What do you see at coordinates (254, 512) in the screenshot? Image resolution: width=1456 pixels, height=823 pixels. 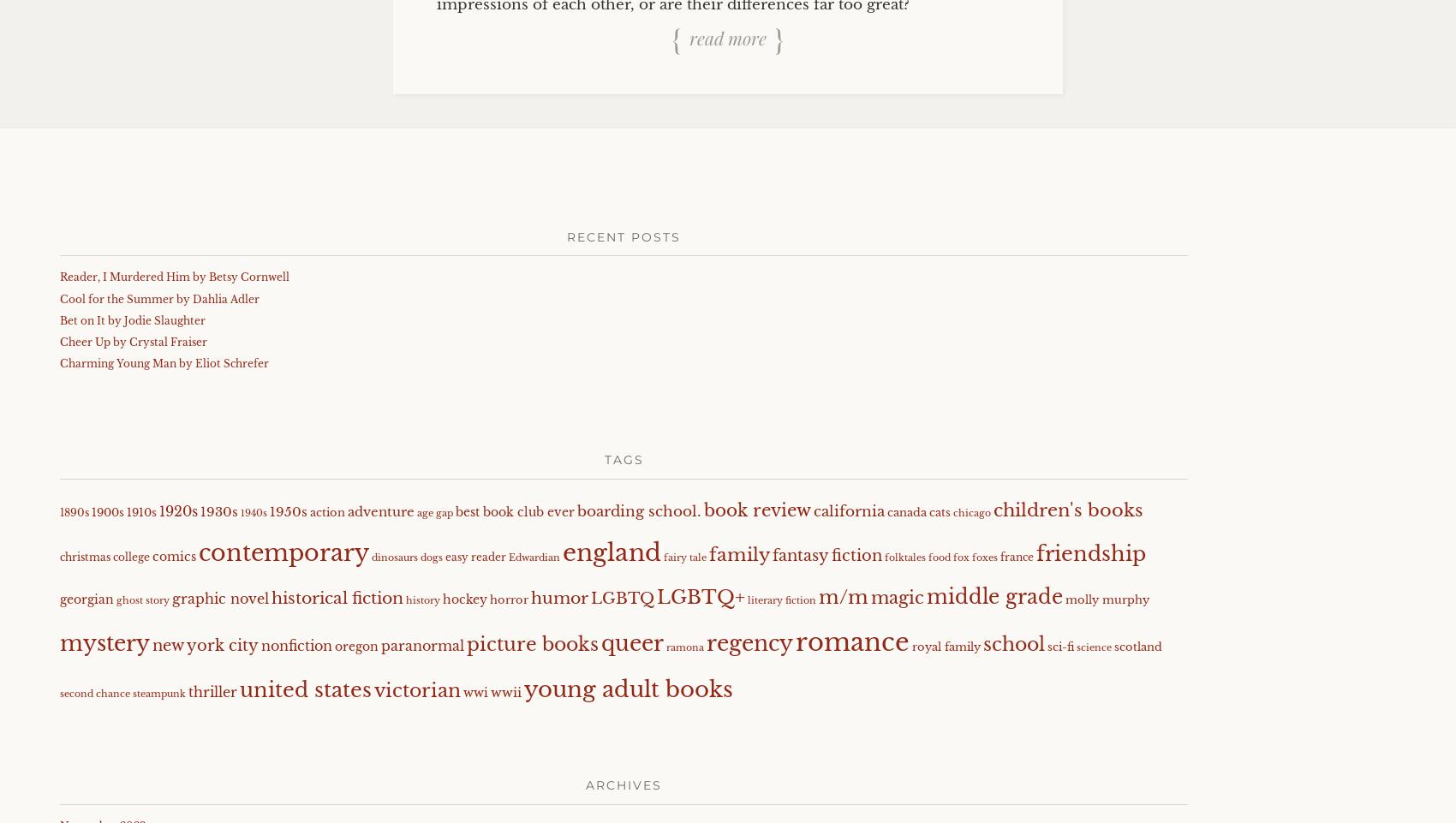 I see `'1940s'` at bounding box center [254, 512].